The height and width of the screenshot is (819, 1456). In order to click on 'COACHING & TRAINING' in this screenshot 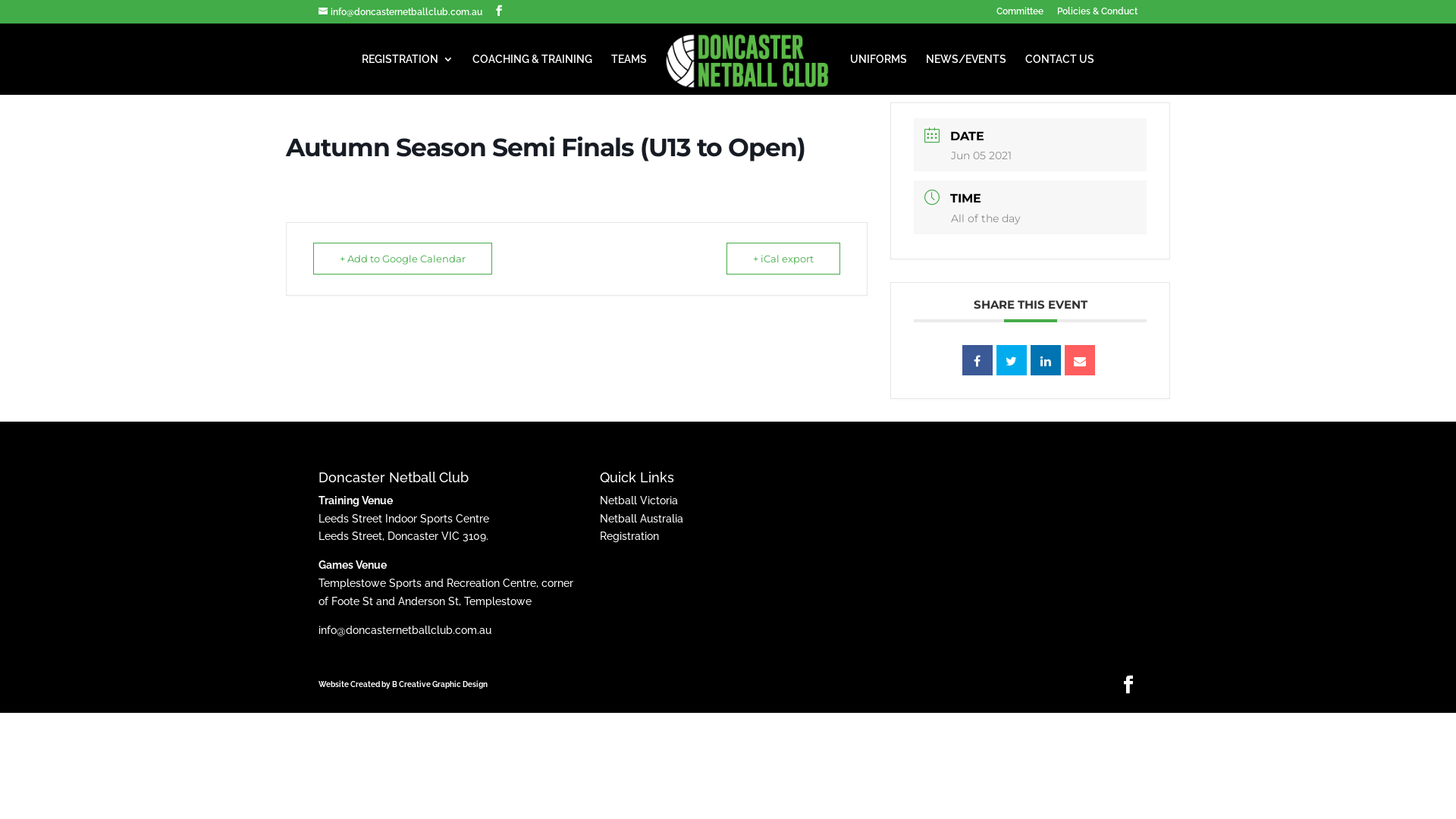, I will do `click(532, 74)`.